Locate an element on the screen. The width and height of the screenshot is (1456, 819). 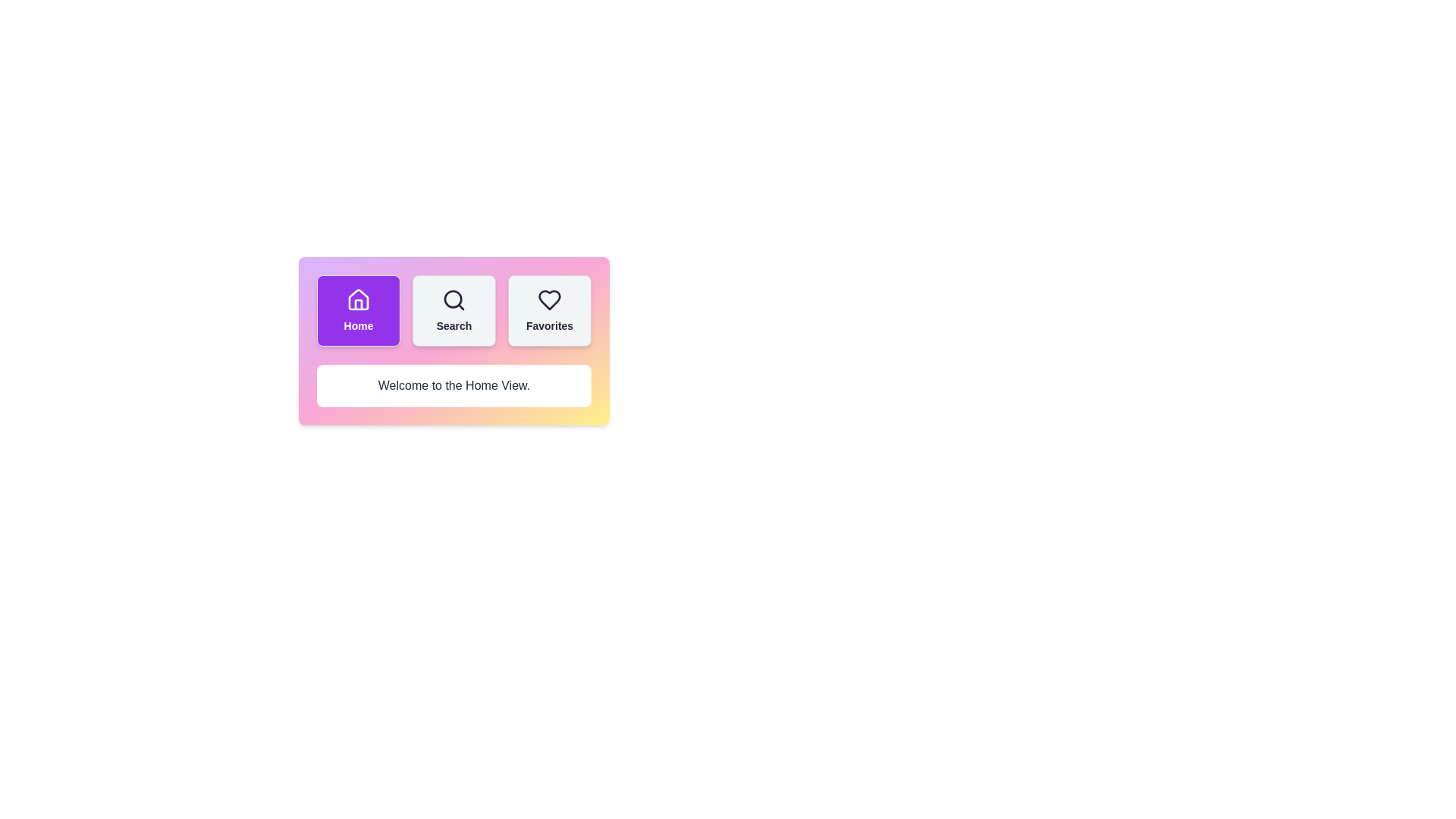
the 'Favorites' button, which is a rounded rectangle with a light gray background and a heart icon above the text is located at coordinates (548, 309).